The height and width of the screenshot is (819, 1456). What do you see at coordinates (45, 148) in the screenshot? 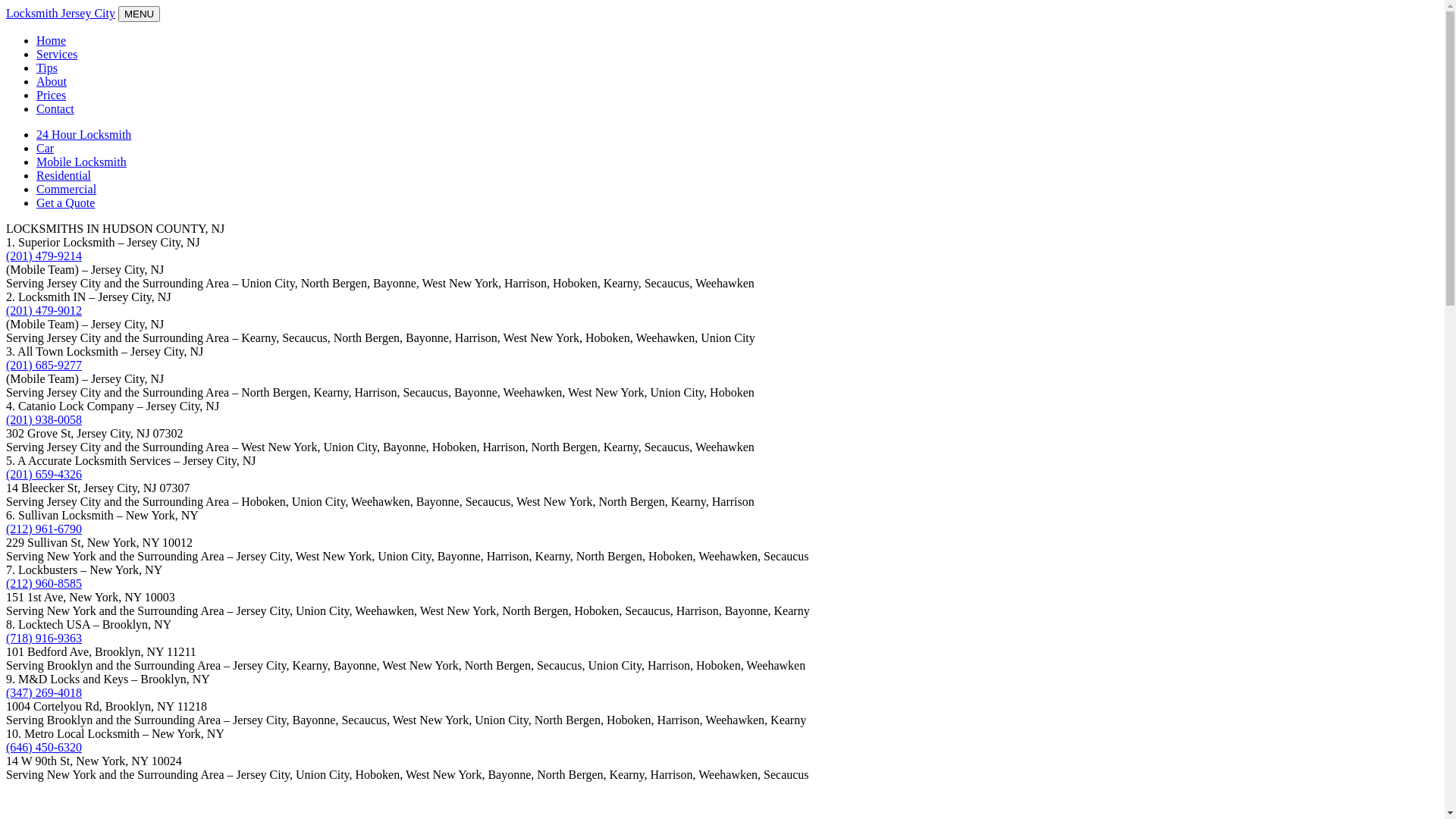
I see `'Car'` at bounding box center [45, 148].